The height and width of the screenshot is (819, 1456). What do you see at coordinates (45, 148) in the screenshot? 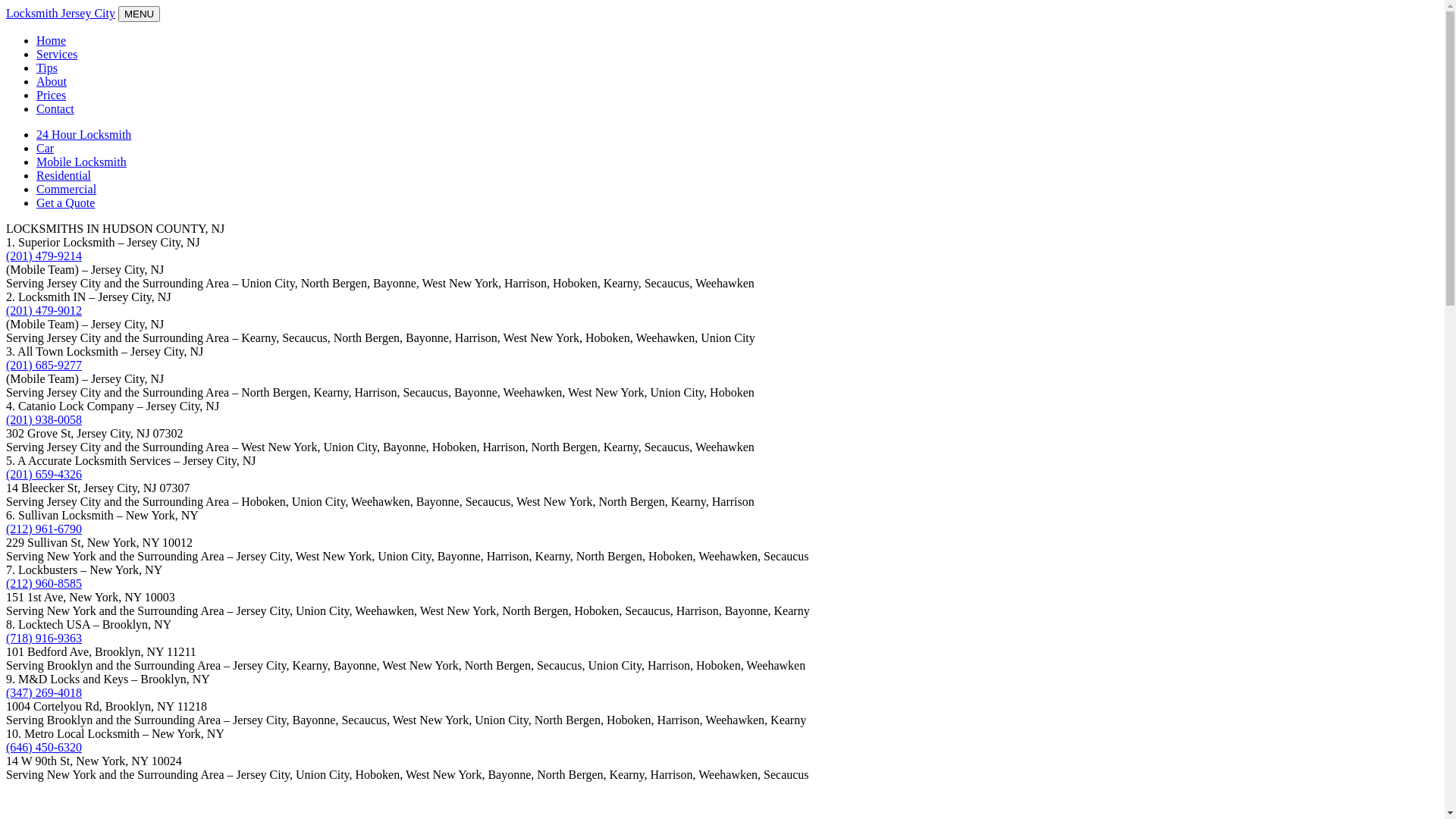
I see `'Car'` at bounding box center [45, 148].